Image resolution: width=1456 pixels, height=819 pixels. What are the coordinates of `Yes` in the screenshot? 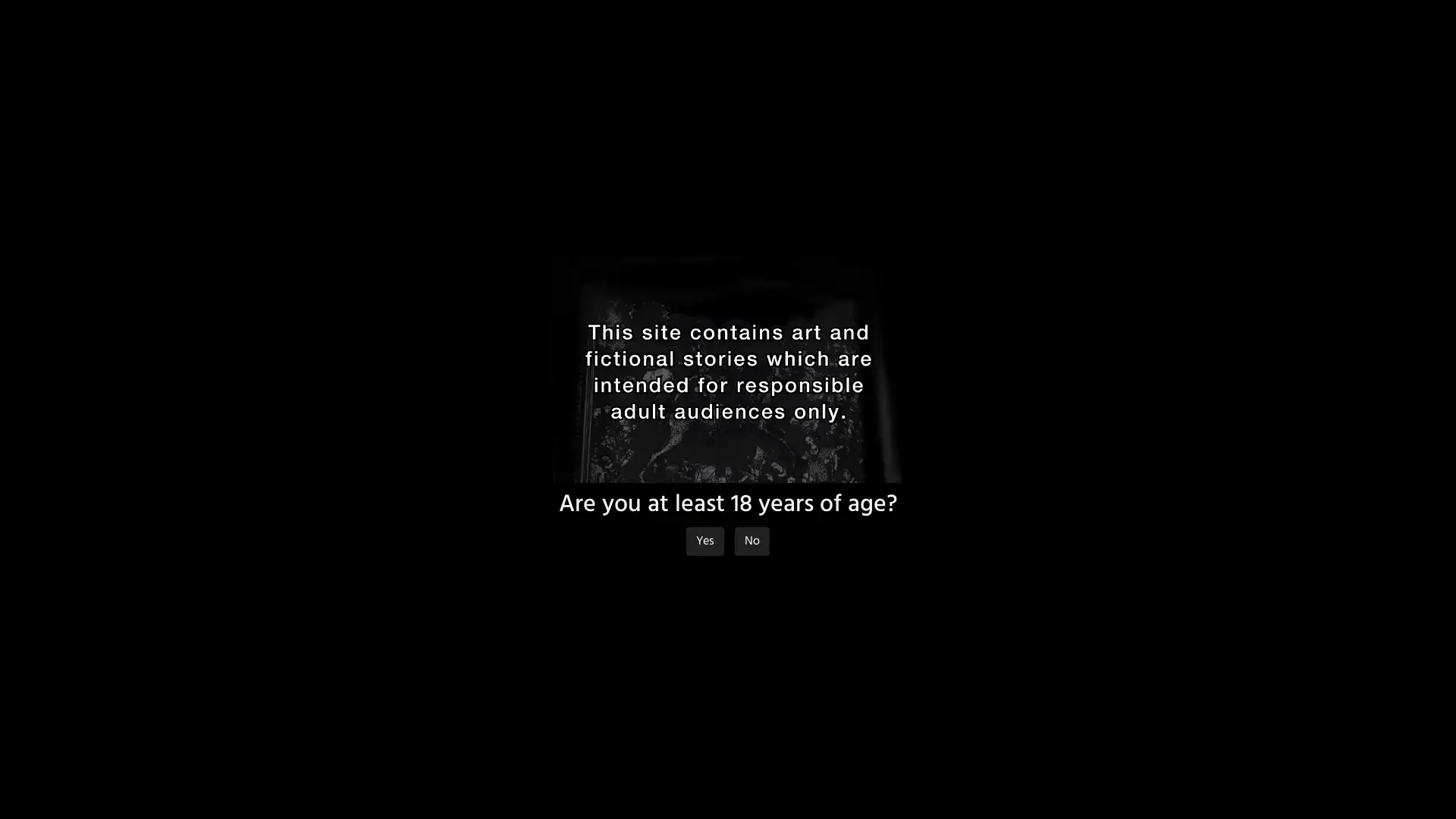 It's located at (704, 540).